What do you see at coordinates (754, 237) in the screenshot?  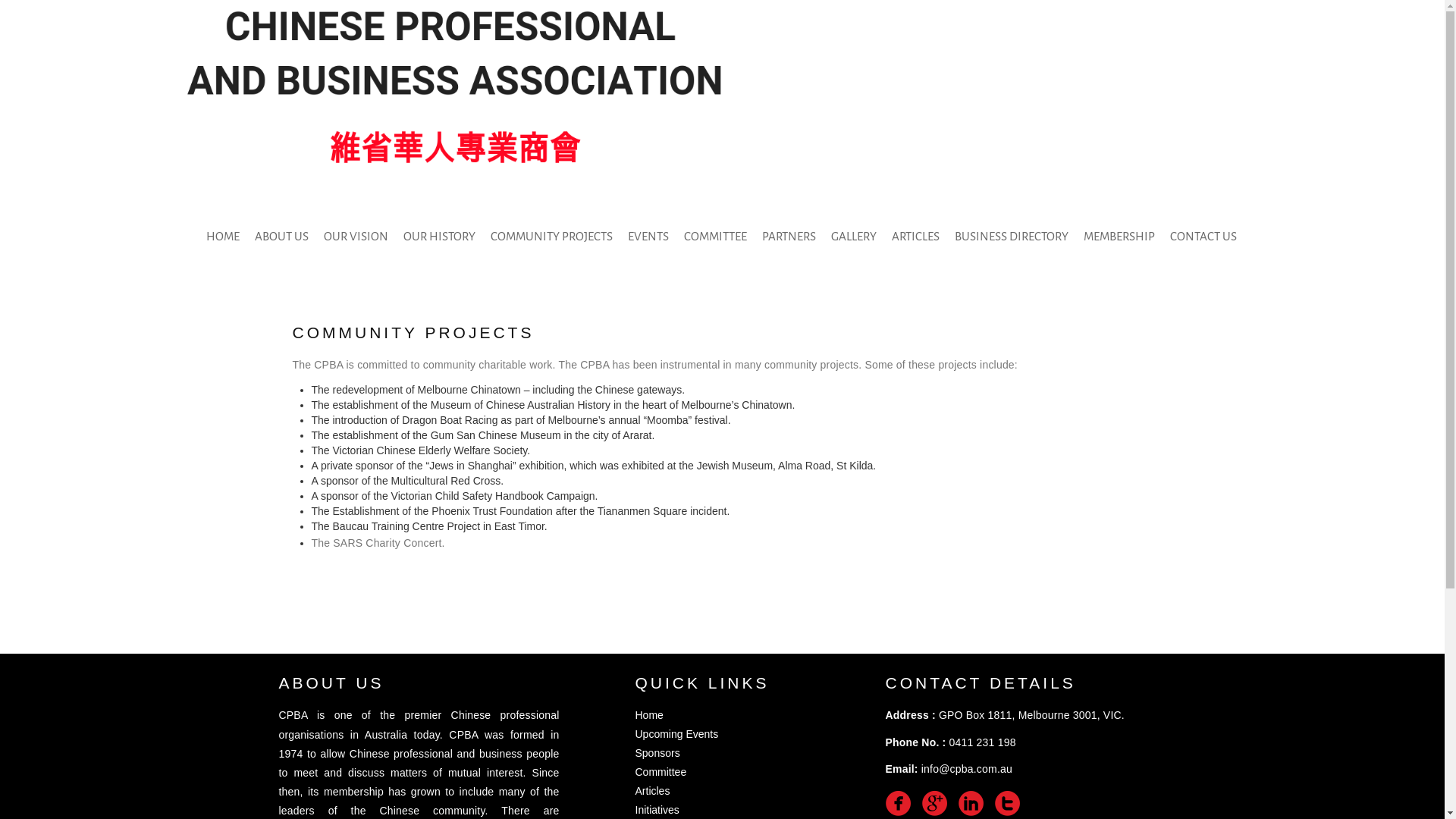 I see `'PARTNERS'` at bounding box center [754, 237].